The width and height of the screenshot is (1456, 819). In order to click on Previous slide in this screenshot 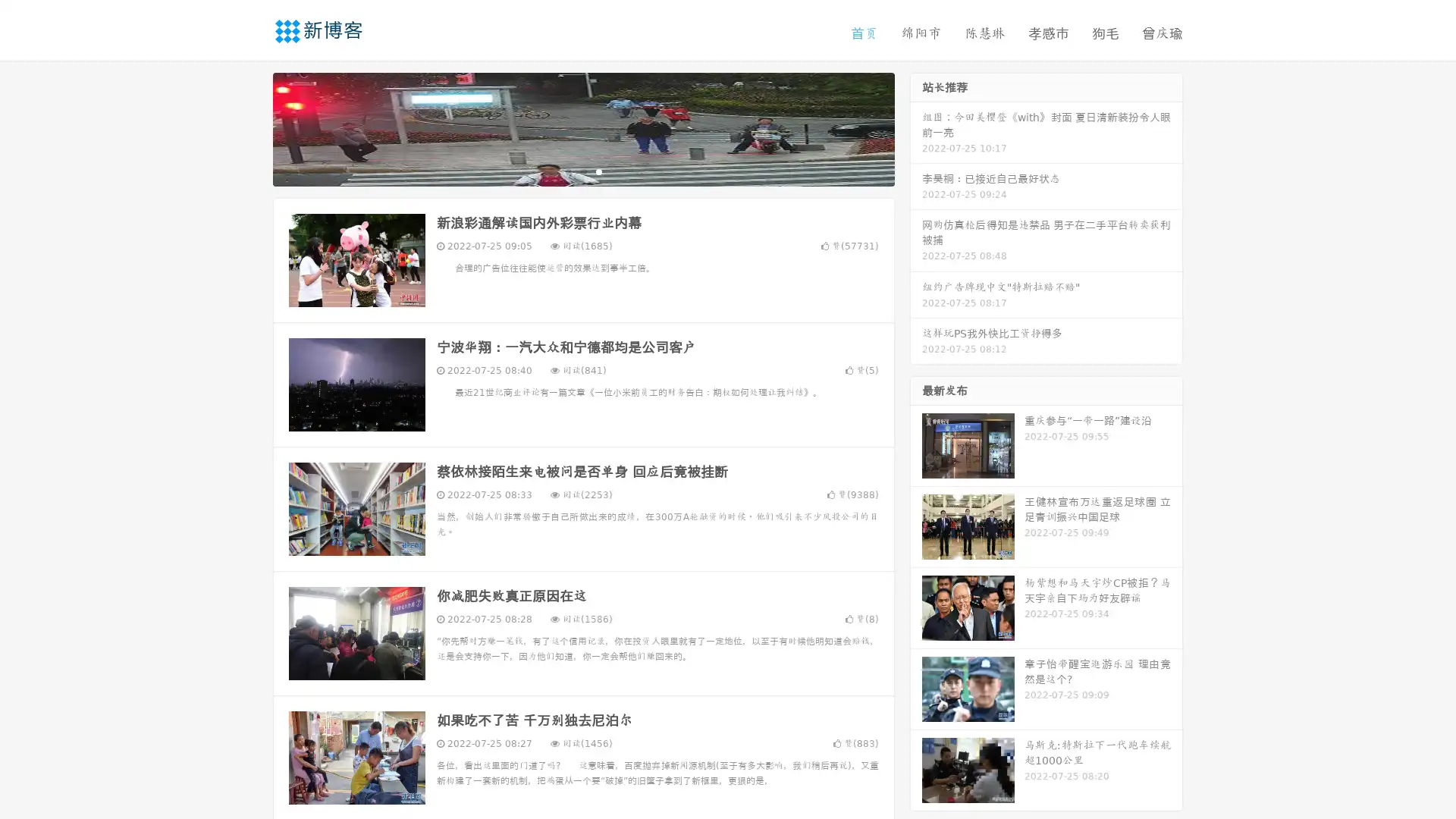, I will do `click(250, 127)`.